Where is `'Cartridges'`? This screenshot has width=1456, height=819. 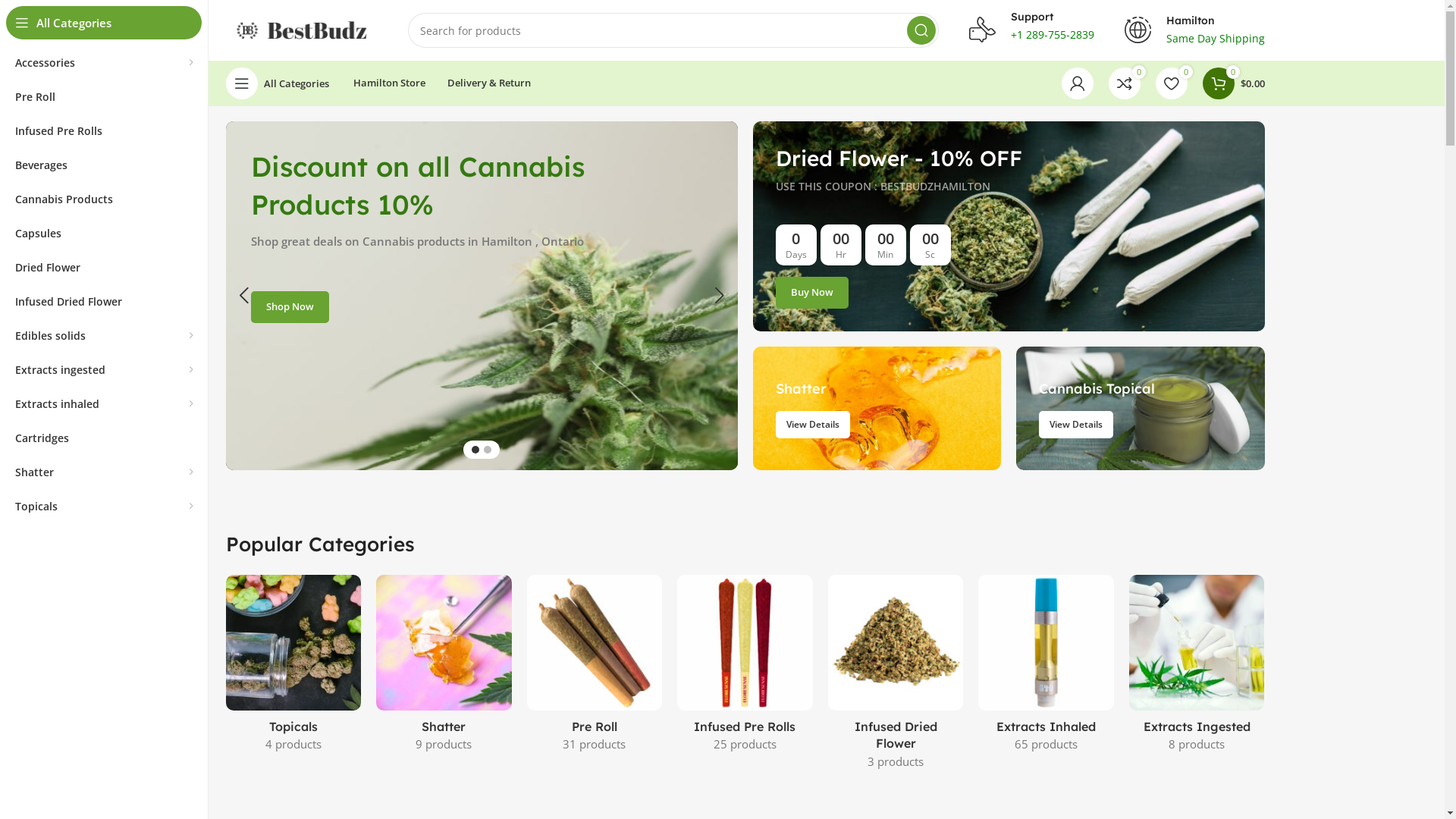
'Cartridges' is located at coordinates (103, 438).